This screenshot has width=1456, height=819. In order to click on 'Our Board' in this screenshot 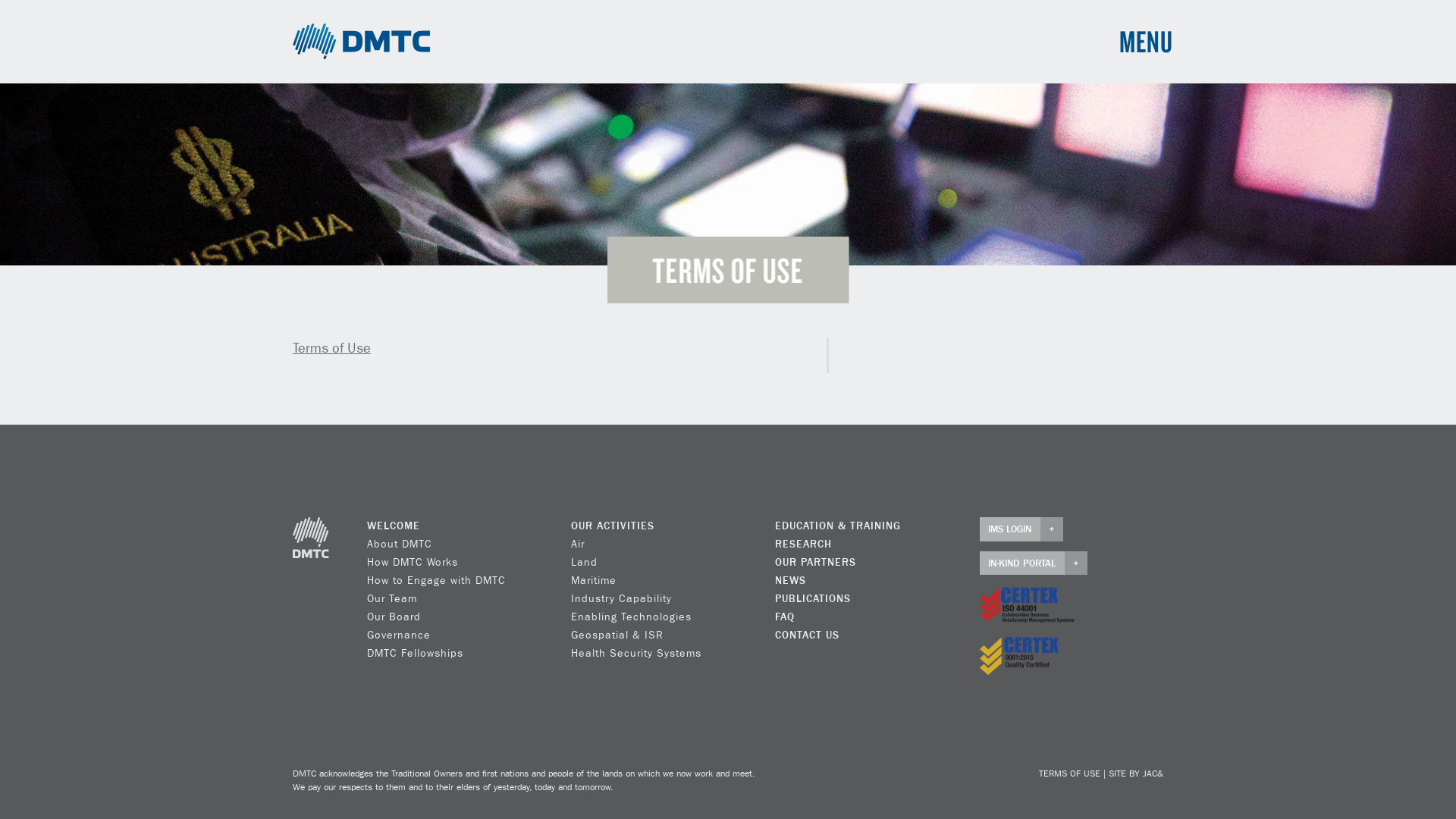, I will do `click(394, 617)`.